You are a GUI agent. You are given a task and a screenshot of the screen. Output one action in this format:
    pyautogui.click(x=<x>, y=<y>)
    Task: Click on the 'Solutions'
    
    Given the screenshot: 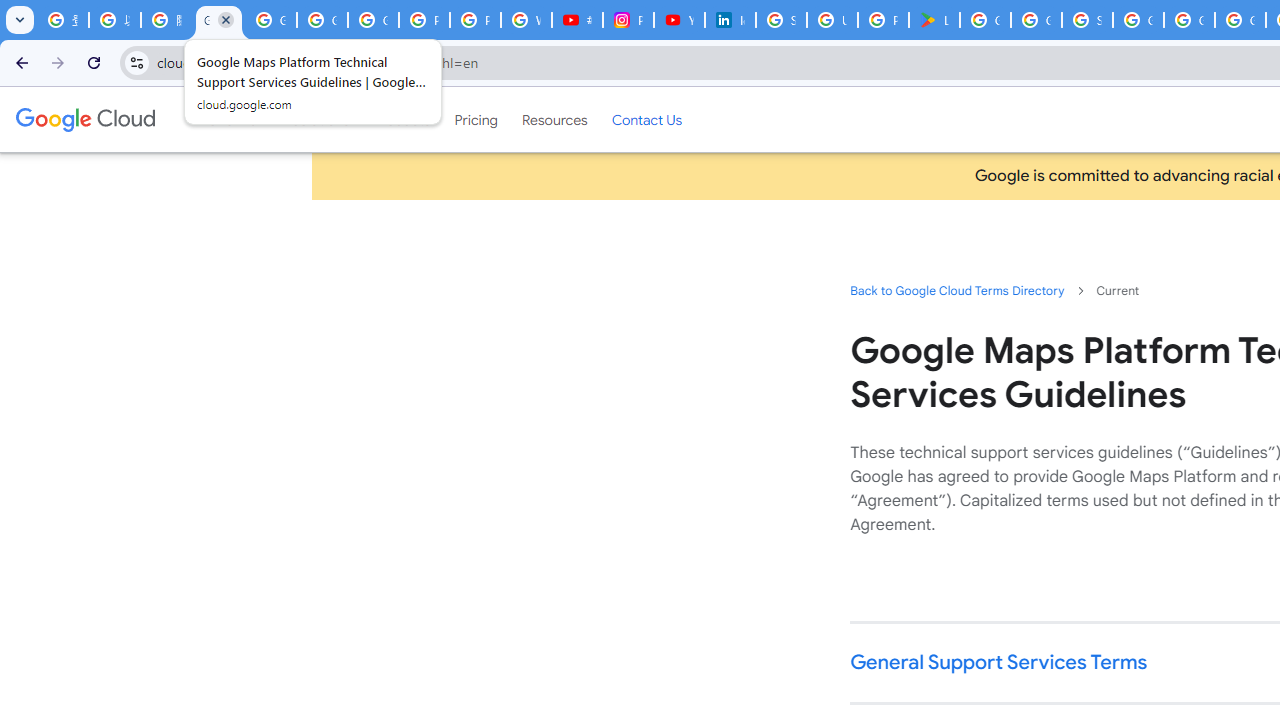 What is the action you would take?
    pyautogui.click(x=320, y=119)
    